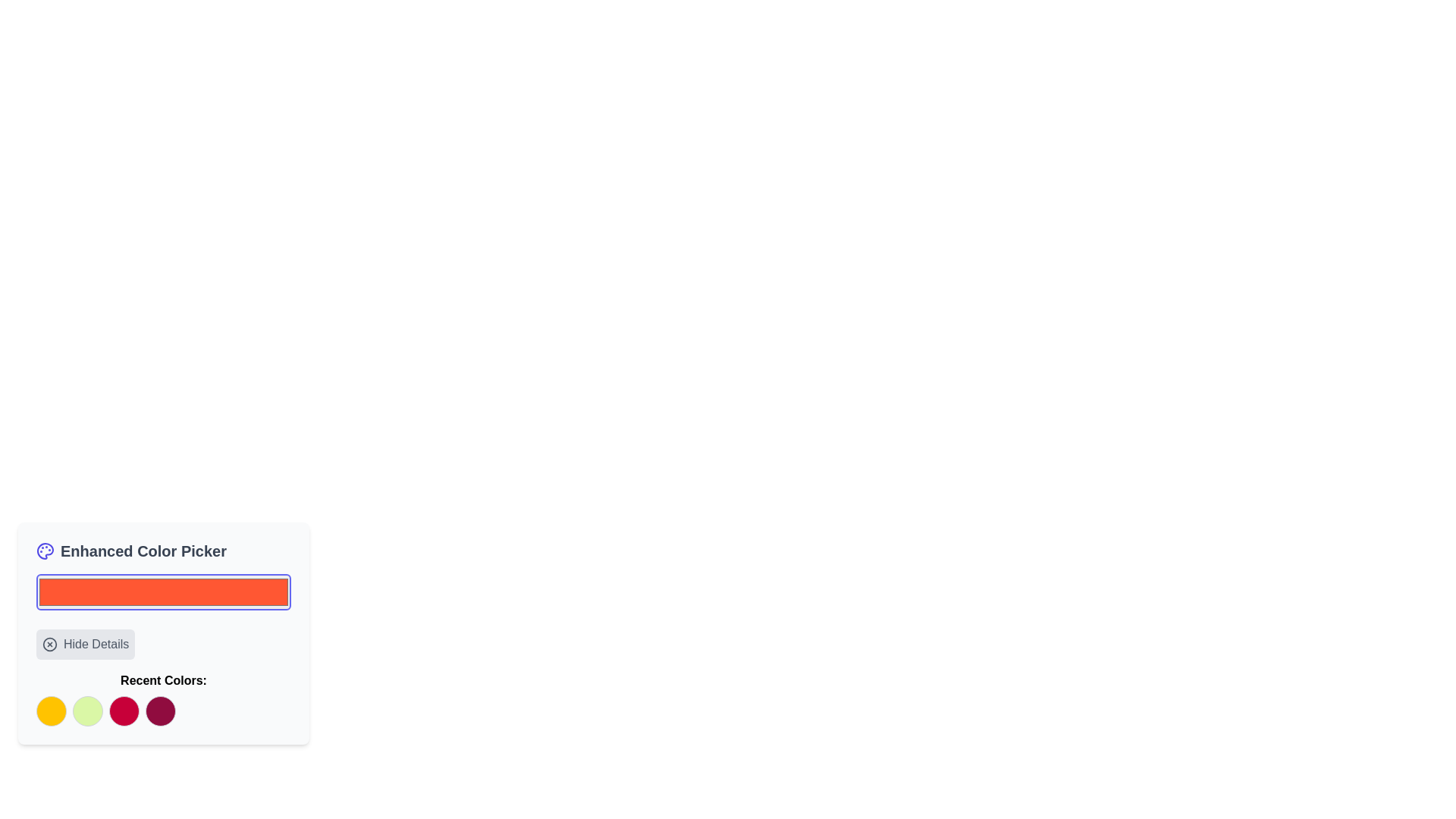 This screenshot has height=819, width=1456. I want to click on the fourth selectable color option from the right in the 'Enhanced Color Picker' section, so click(160, 711).